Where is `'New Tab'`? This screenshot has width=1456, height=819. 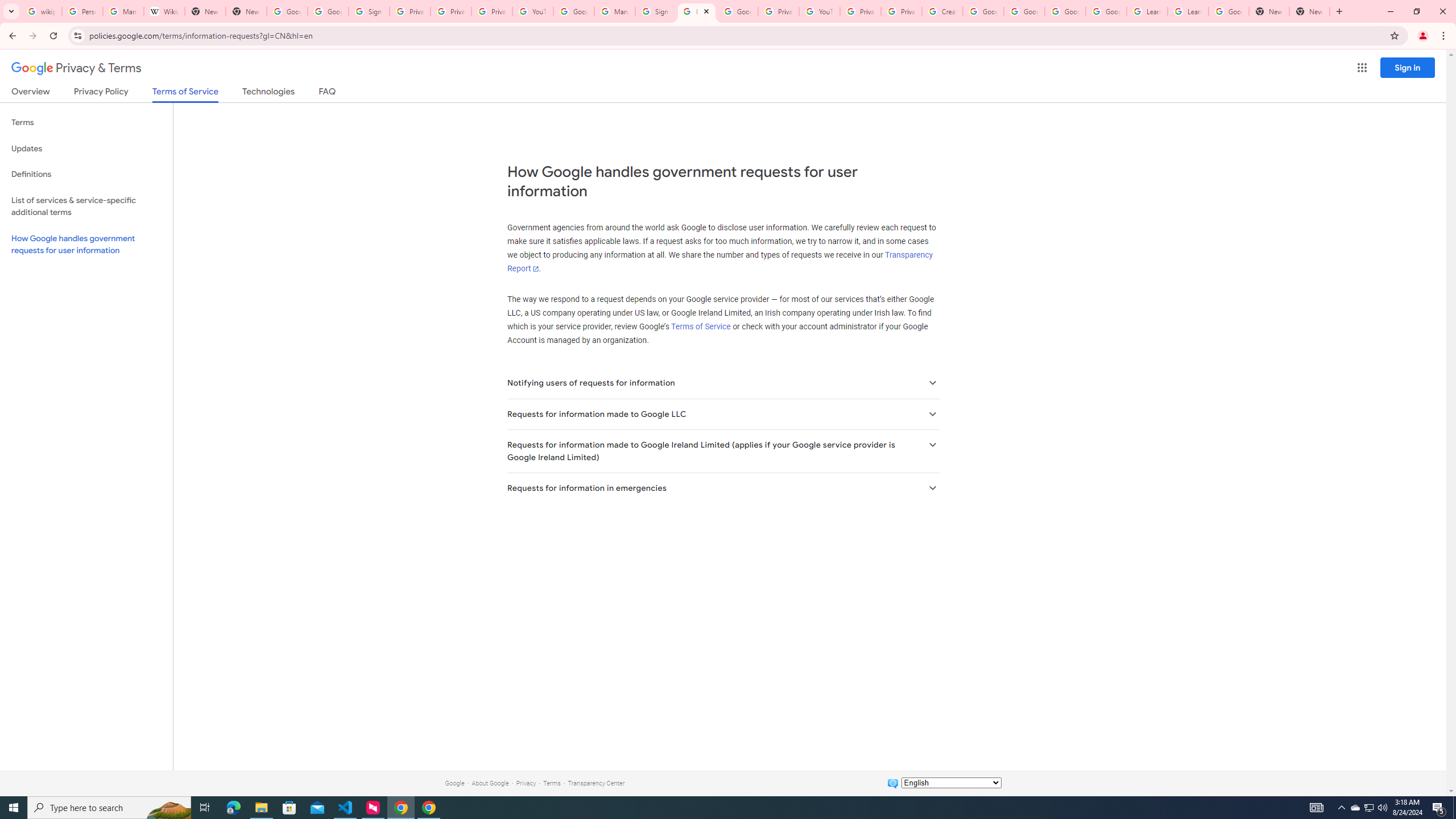 'New Tab' is located at coordinates (1268, 11).